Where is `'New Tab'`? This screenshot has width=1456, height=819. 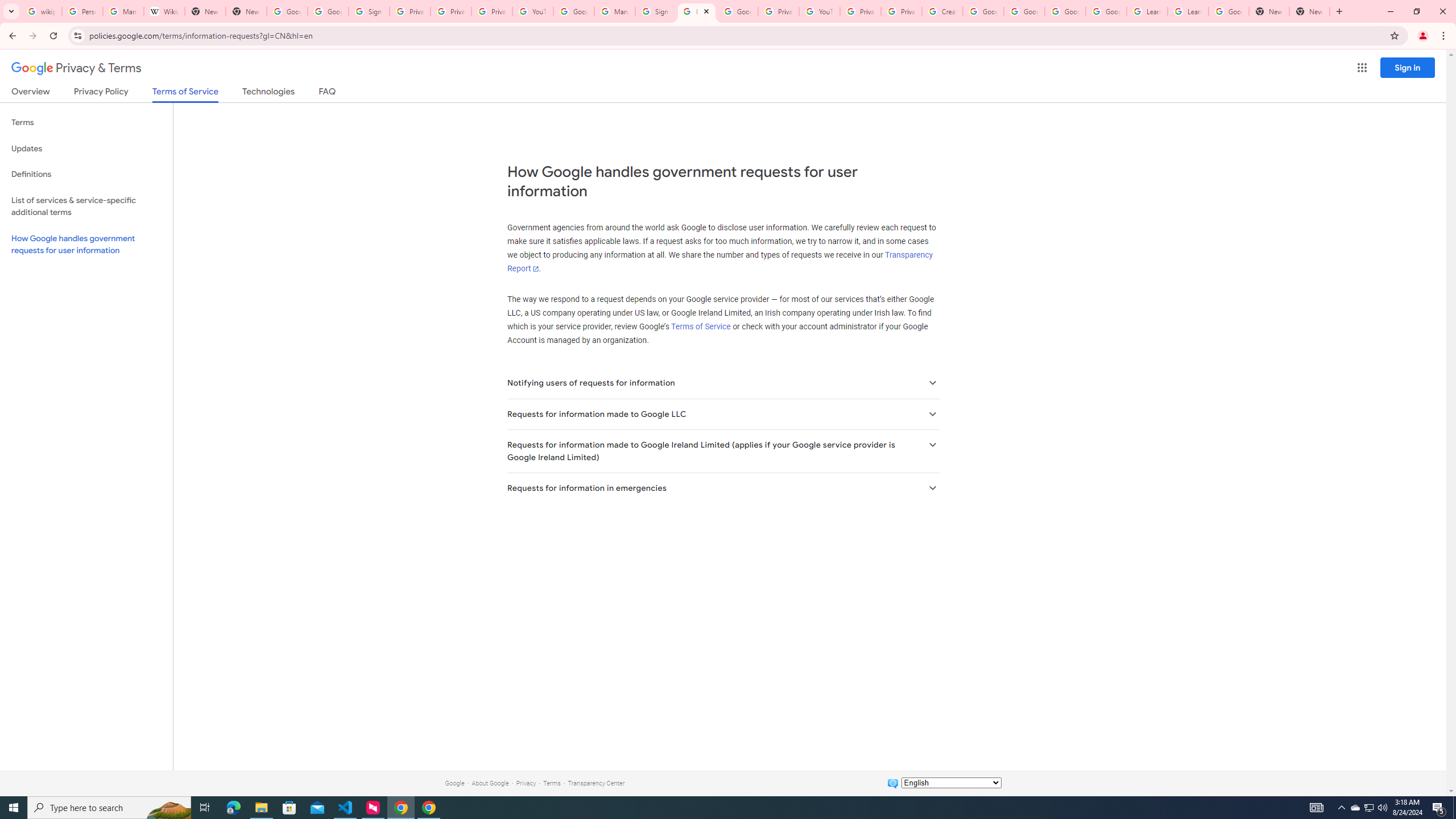 'New Tab' is located at coordinates (1268, 11).